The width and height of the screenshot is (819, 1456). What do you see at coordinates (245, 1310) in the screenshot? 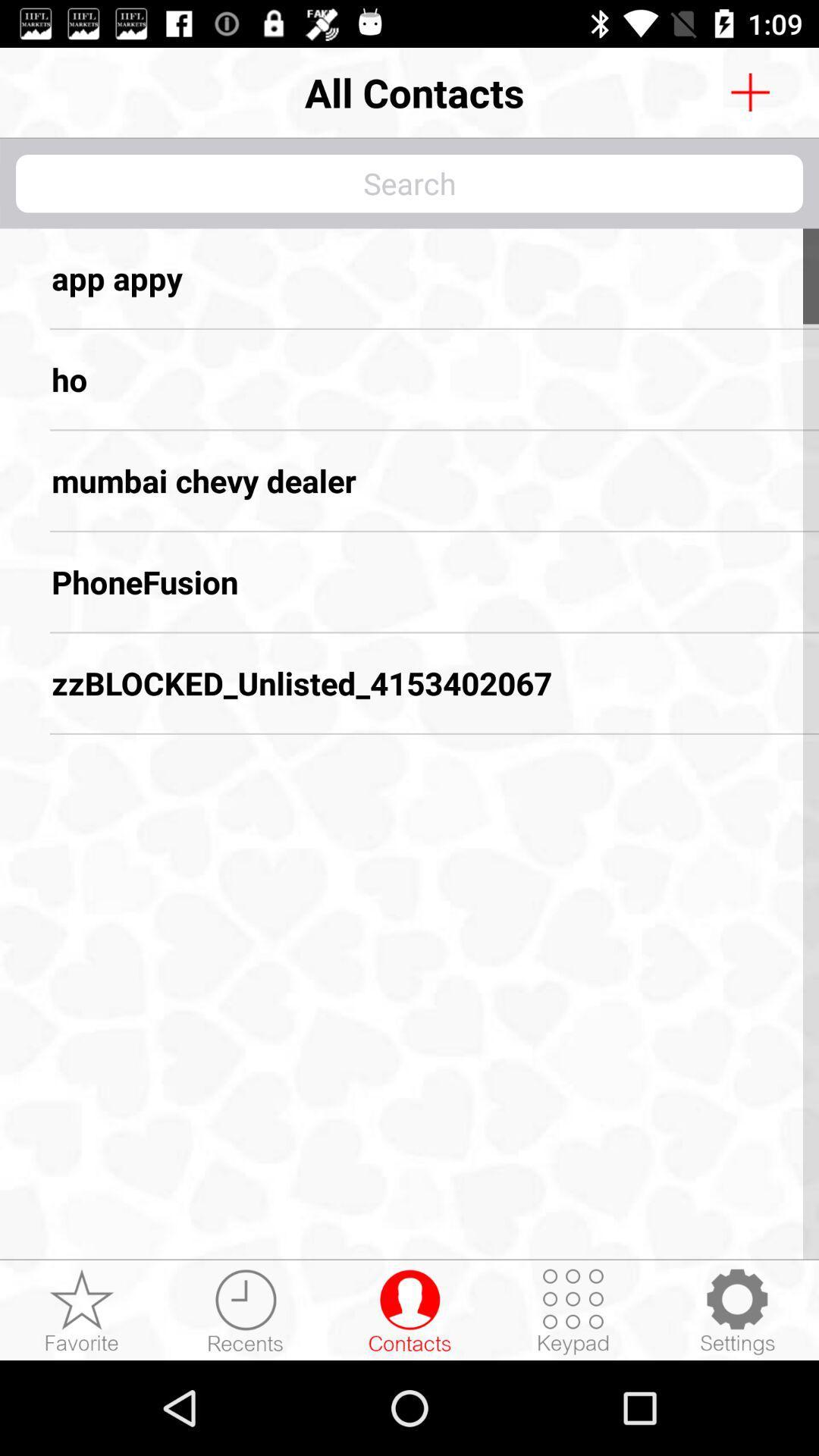
I see `the time icon` at bounding box center [245, 1310].